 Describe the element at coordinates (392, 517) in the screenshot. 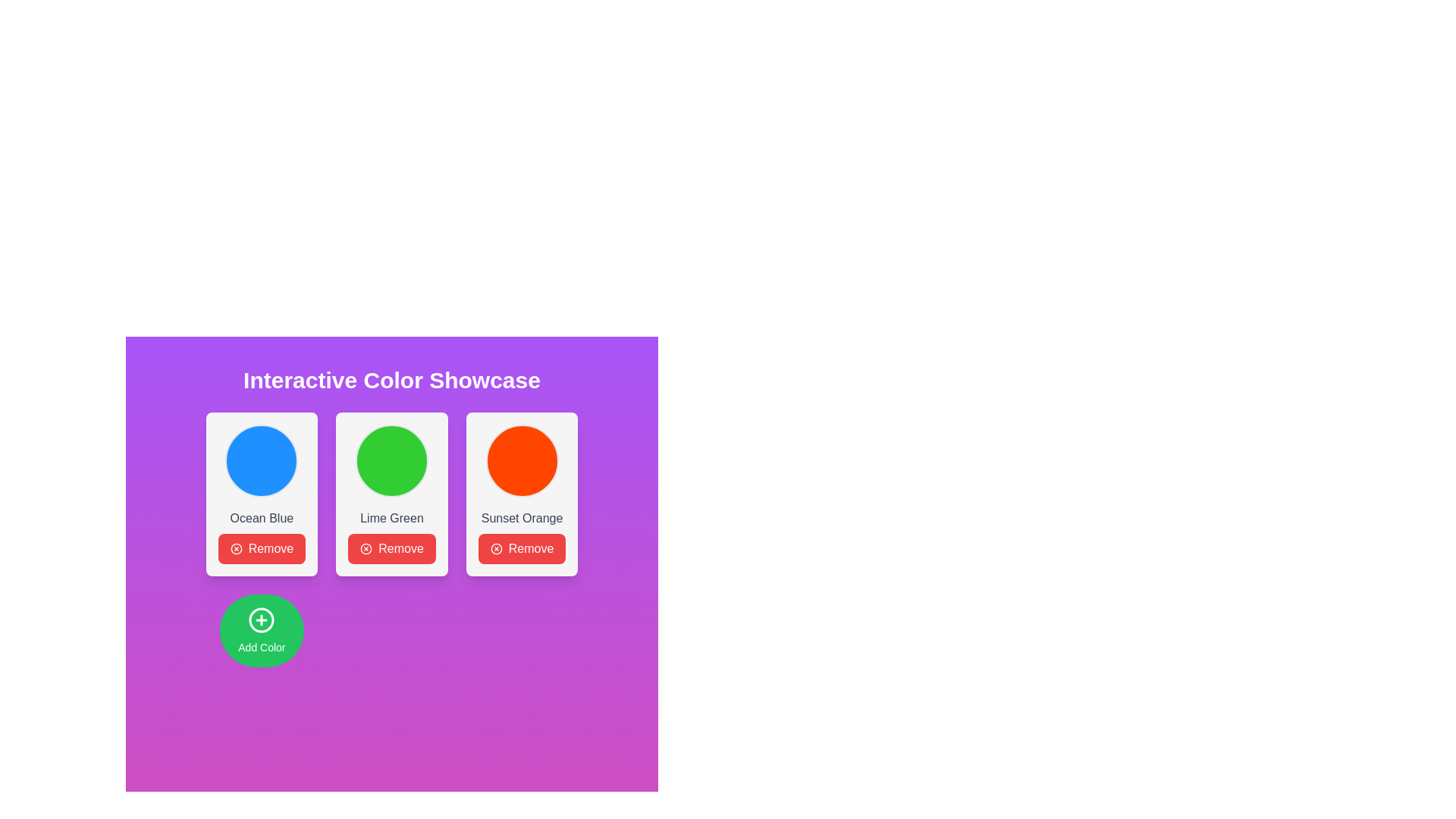

I see `text from the label that describes the associated green color in the middle card, located below the green circular area and above the red 'Remove' button` at that location.